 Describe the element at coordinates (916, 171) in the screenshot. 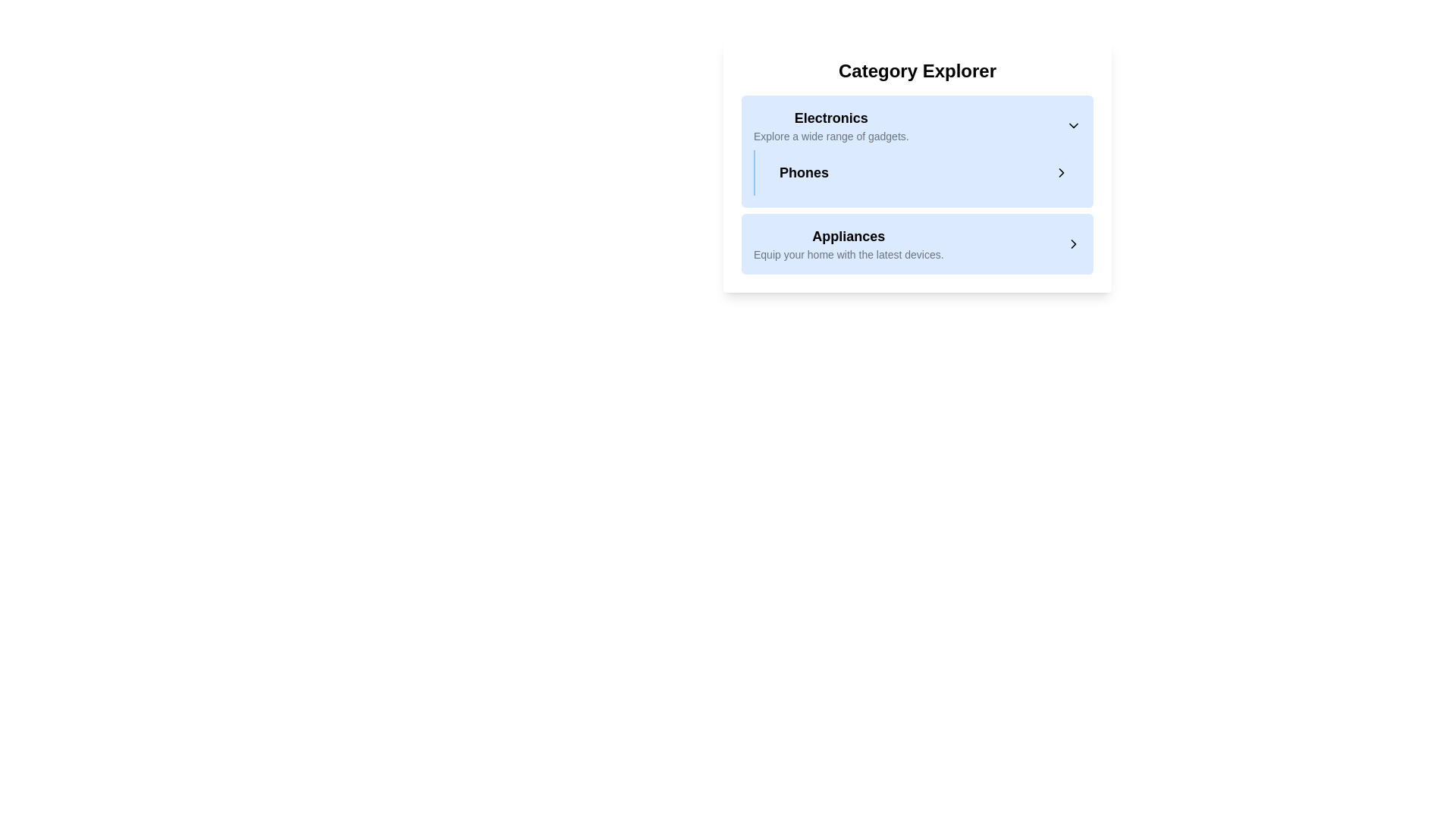

I see `the navigational button labeled 'Phones' located under the 'Electronics' section` at that location.